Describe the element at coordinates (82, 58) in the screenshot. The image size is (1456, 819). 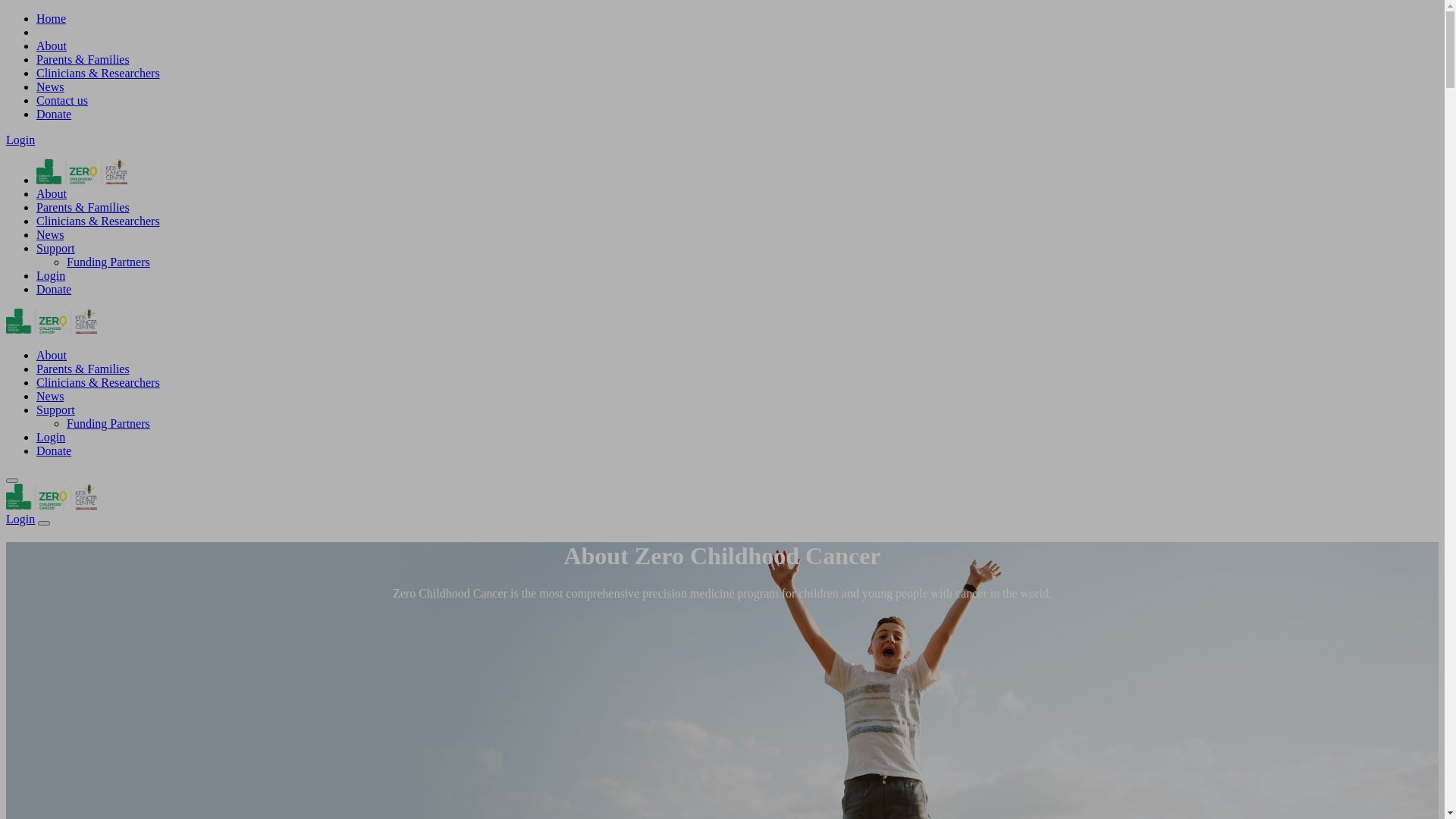
I see `'Parents & Families'` at that location.